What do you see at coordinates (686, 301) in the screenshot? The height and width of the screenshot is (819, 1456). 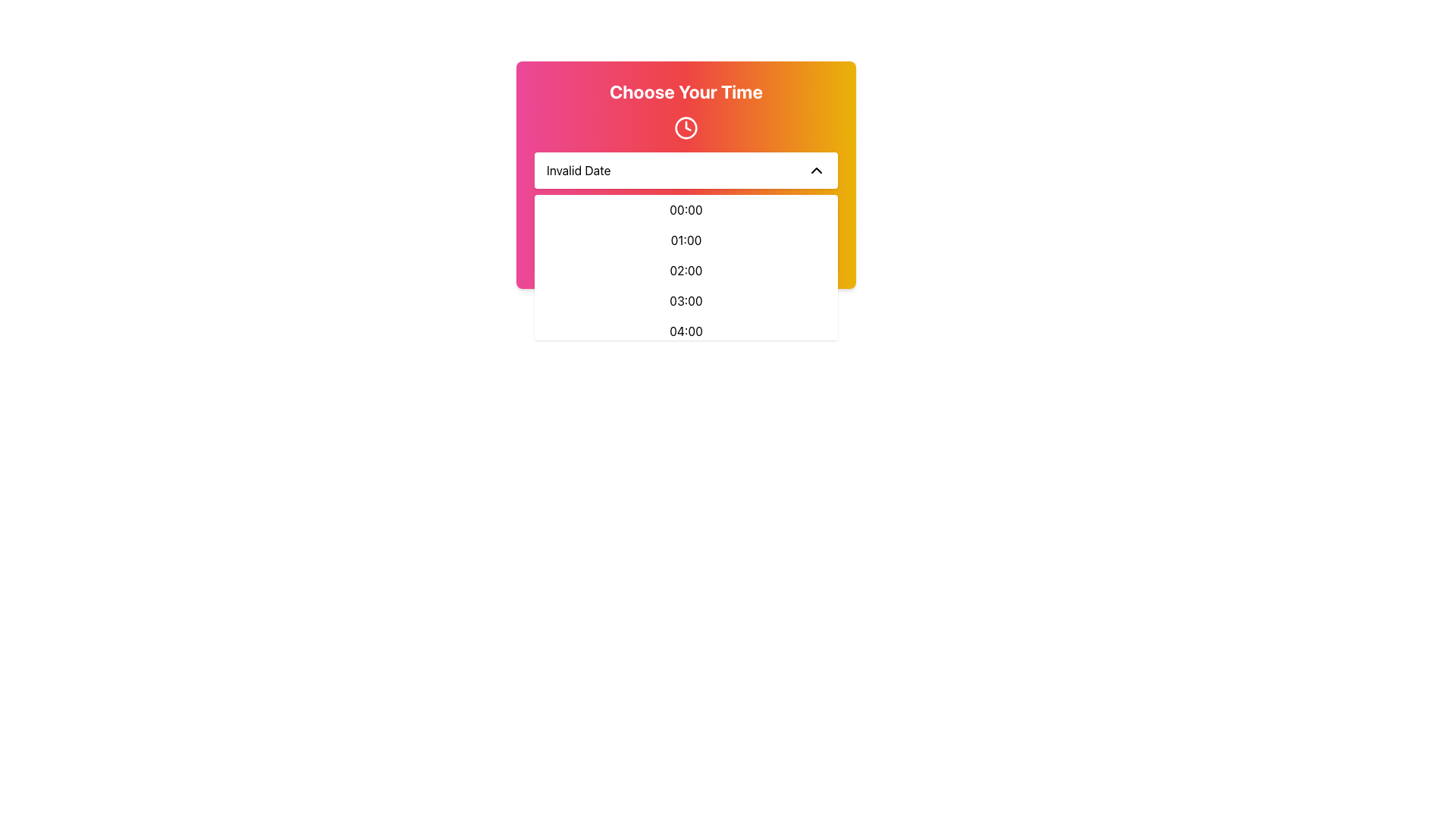 I see `the time option '03:00' by clicking on the fourth item in the dropdown menu, which has a clean white background and dark text` at bounding box center [686, 301].